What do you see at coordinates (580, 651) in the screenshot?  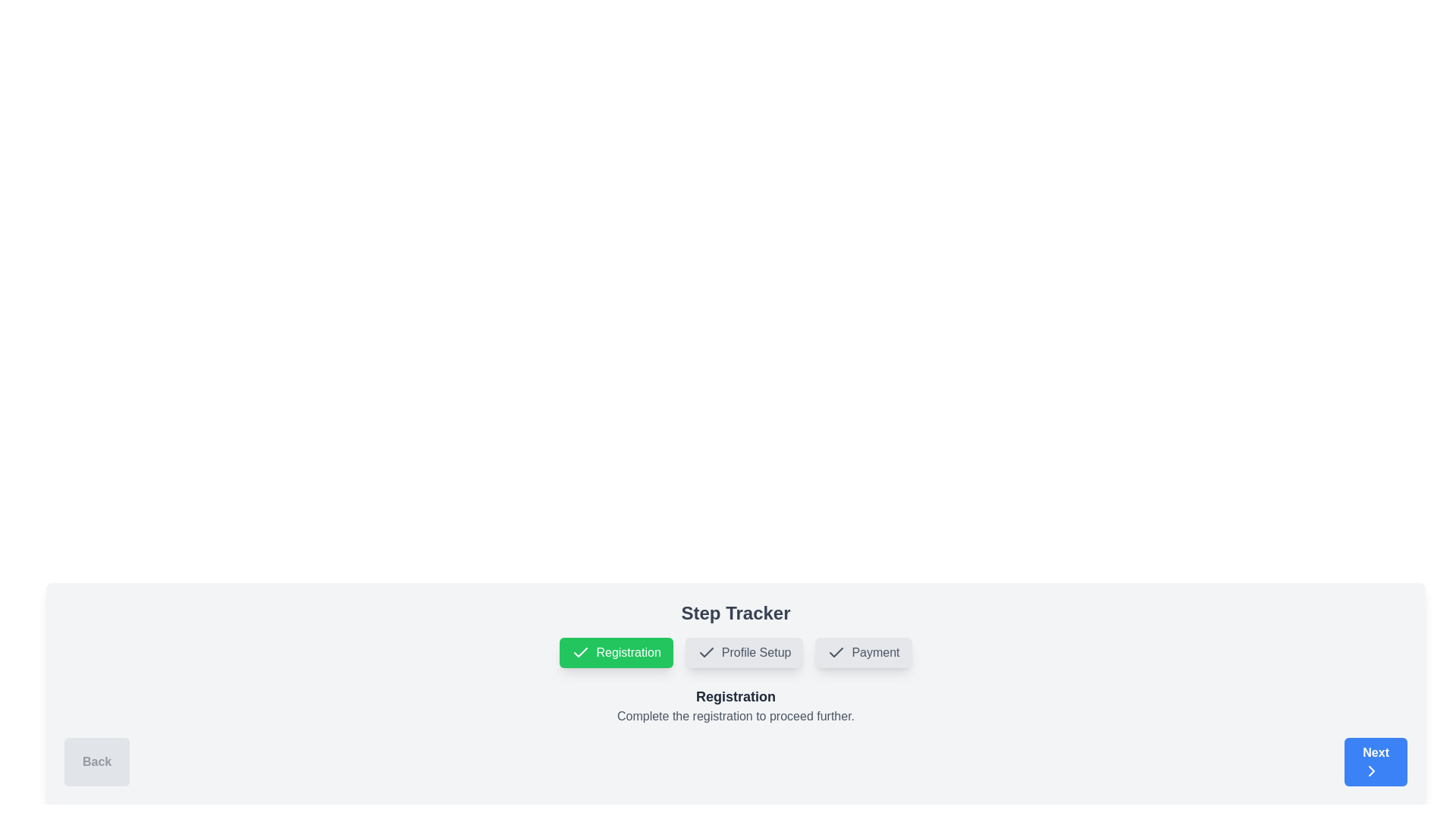 I see `the visual feedback of the checkmark icon, which is styled with a bold, rounded stroke and located within a green rounded rectangle next to the text 'Registration'. This icon indicates successful completion or activation in the step tracker layout` at bounding box center [580, 651].